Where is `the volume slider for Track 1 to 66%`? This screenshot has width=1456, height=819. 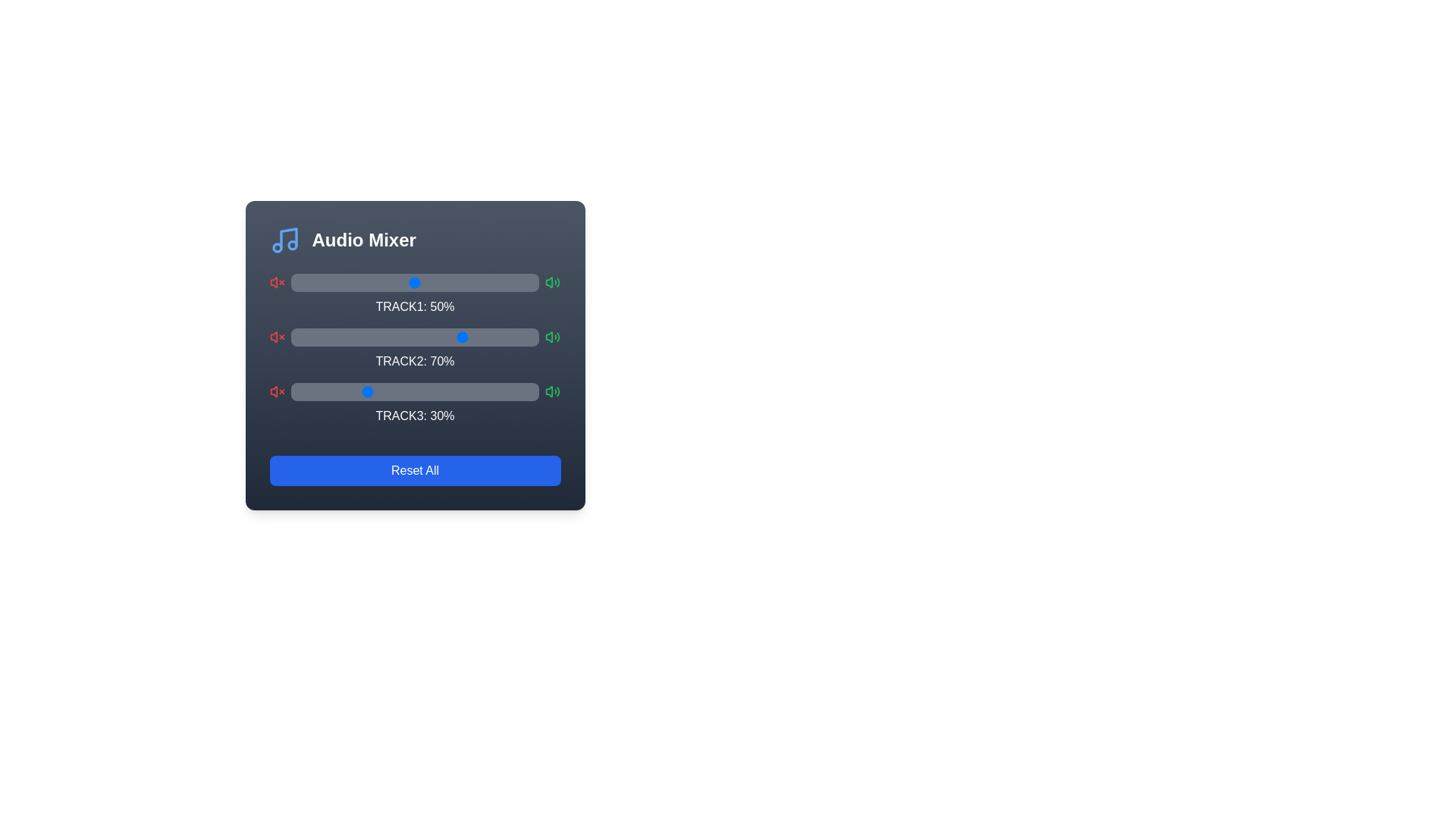 the volume slider for Track 1 to 66% is located at coordinates (453, 283).